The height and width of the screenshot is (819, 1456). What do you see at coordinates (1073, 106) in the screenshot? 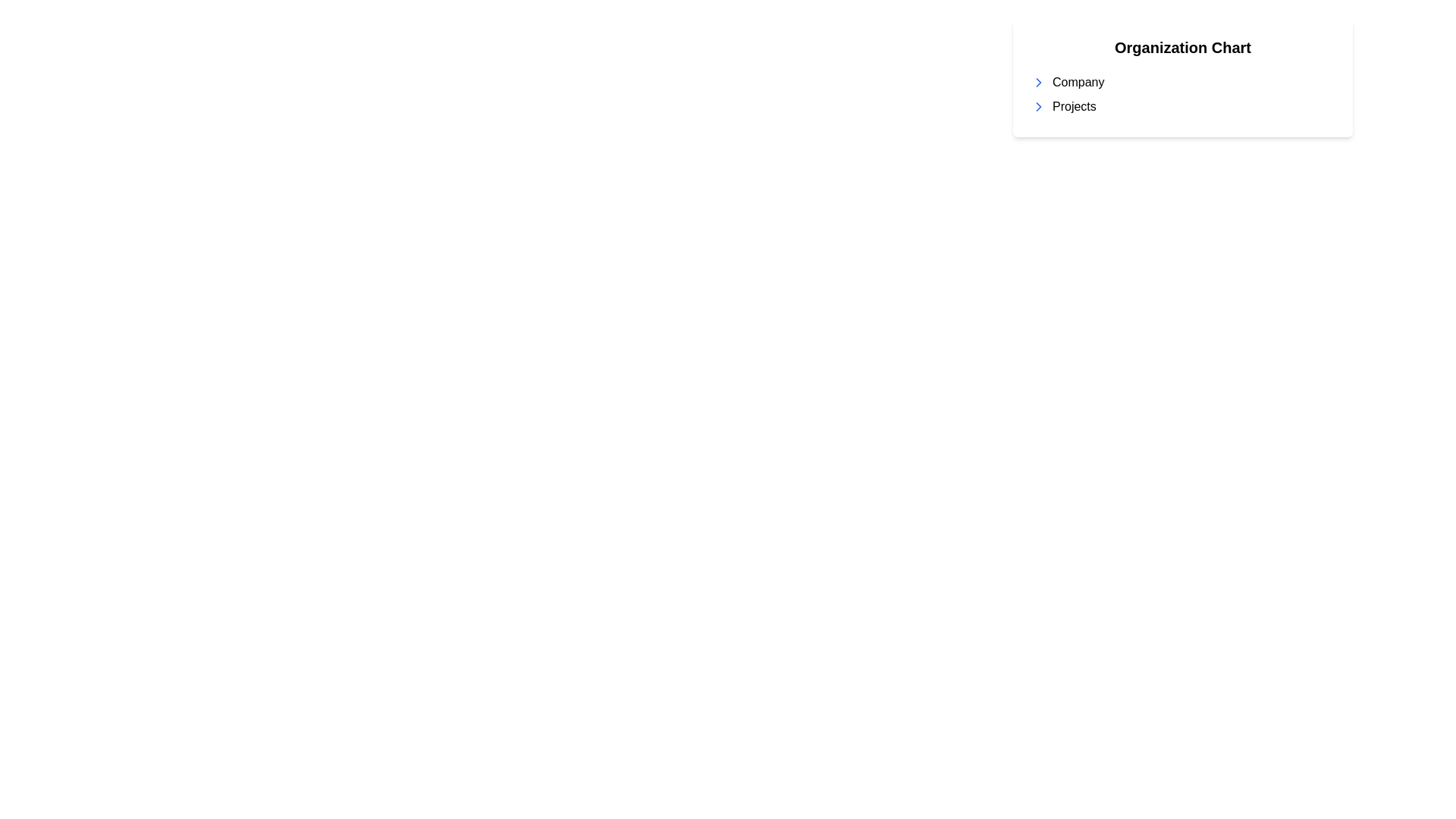
I see `the 'Projects' label` at bounding box center [1073, 106].